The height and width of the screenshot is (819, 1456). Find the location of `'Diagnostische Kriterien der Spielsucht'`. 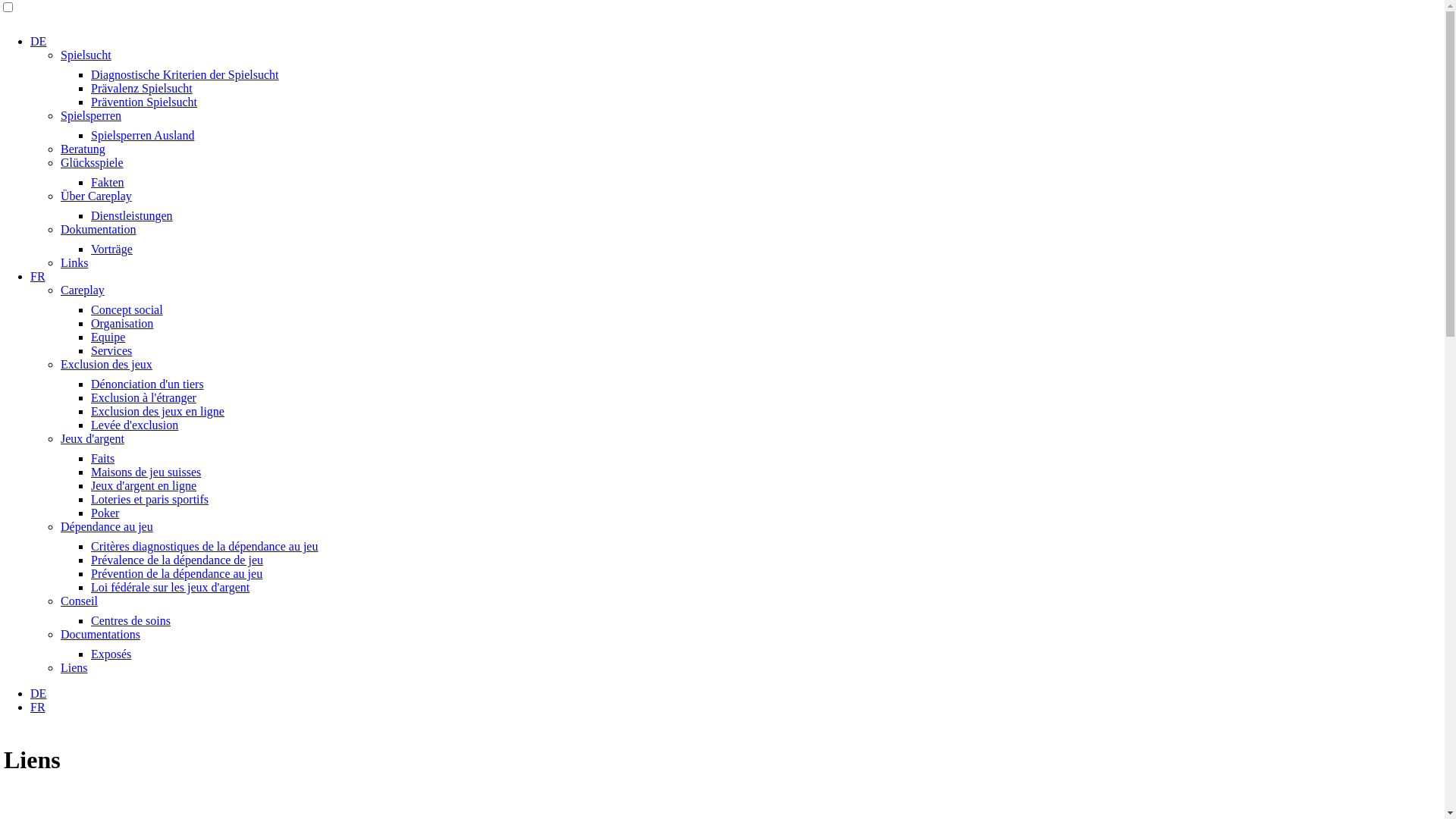

'Diagnostische Kriterien der Spielsucht' is located at coordinates (184, 74).